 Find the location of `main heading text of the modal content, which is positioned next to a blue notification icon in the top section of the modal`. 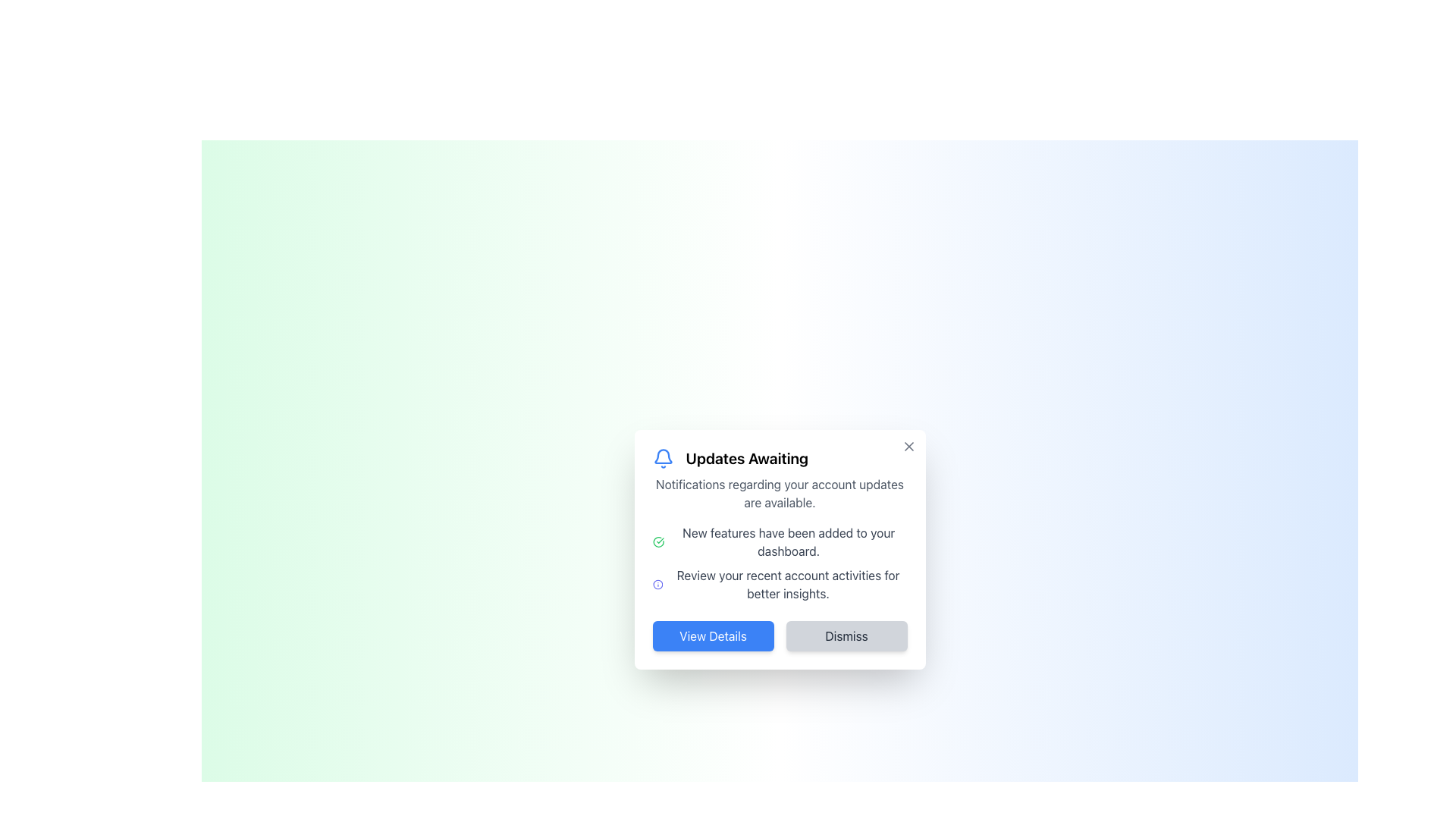

main heading text of the modal content, which is positioned next to a blue notification icon in the top section of the modal is located at coordinates (747, 458).